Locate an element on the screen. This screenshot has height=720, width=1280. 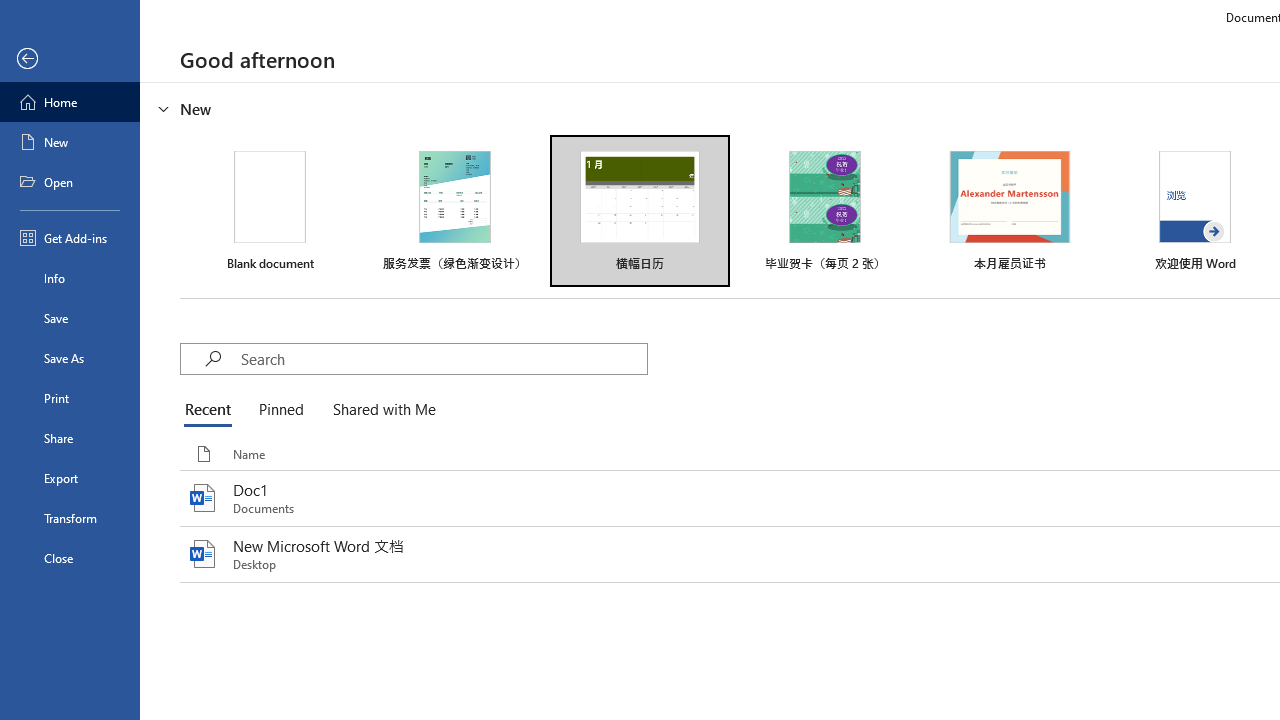
'Close' is located at coordinates (69, 558).